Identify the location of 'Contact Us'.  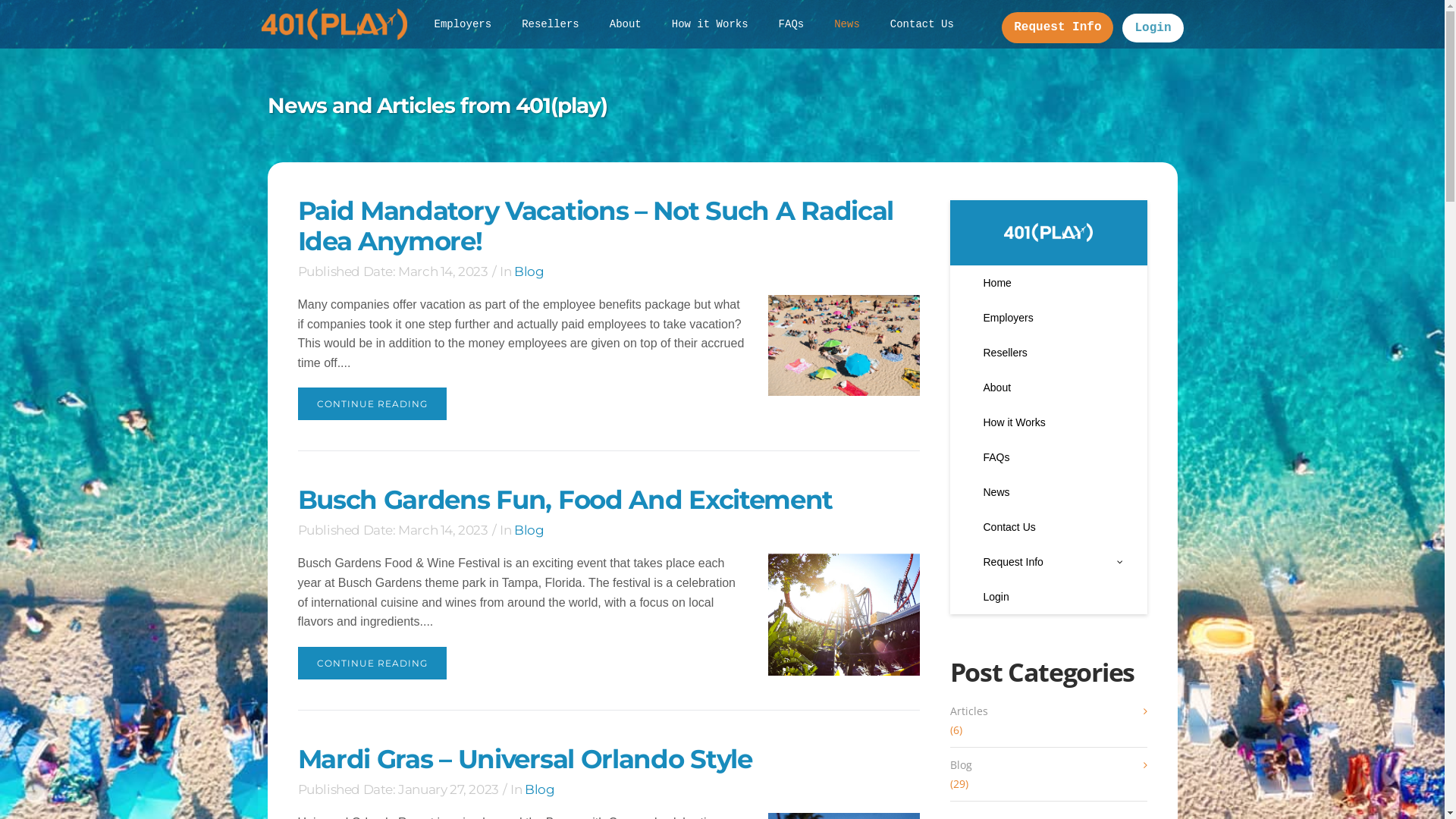
(1047, 526).